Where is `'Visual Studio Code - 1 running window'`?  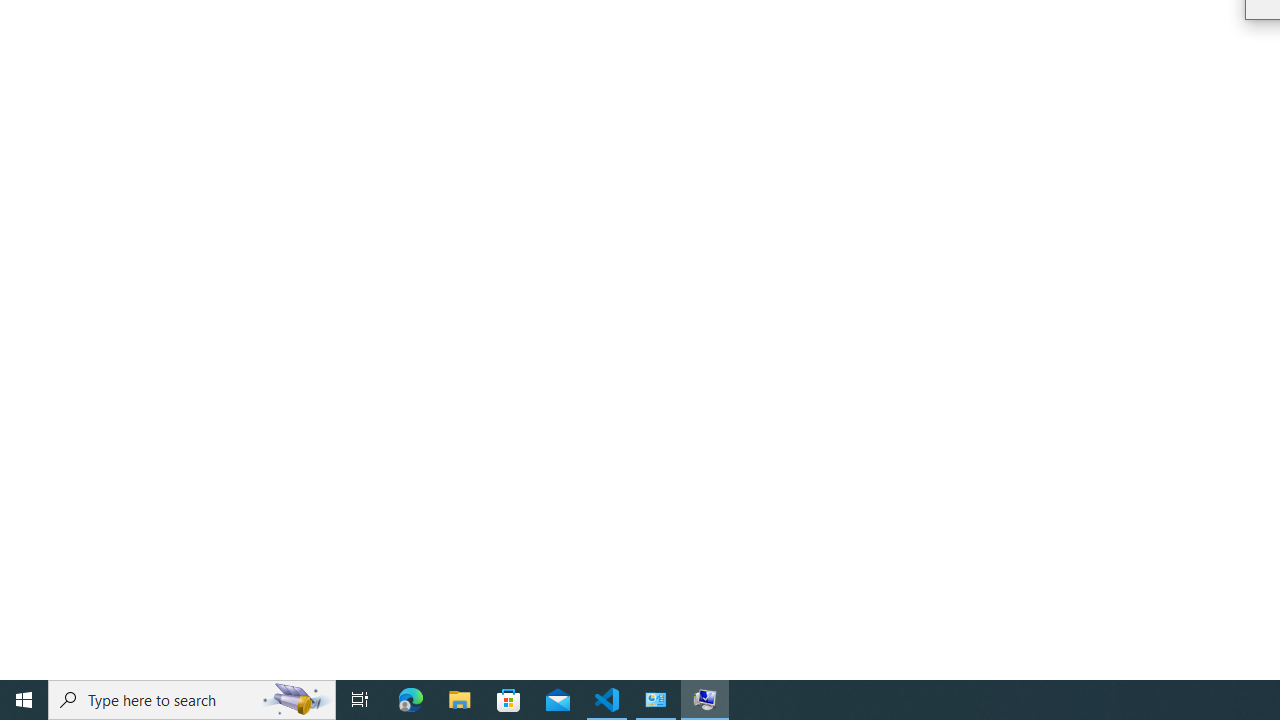 'Visual Studio Code - 1 running window' is located at coordinates (606, 698).